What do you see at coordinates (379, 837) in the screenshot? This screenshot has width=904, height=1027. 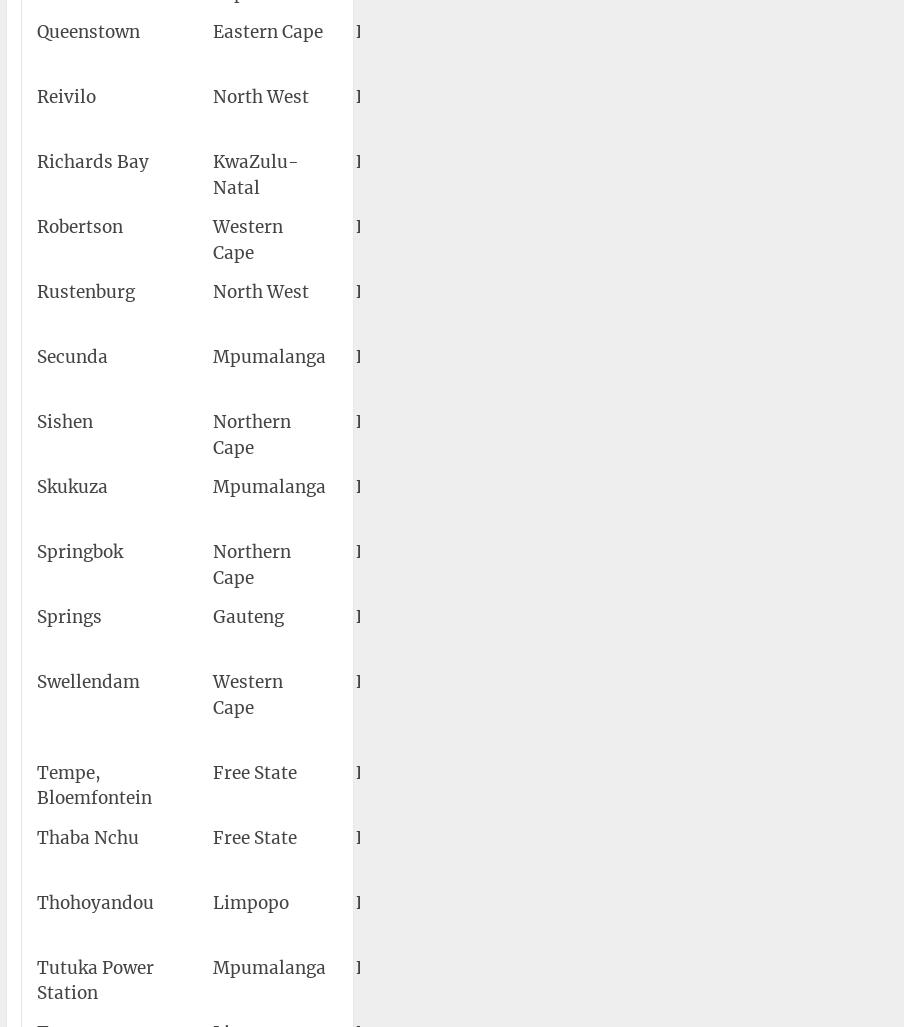 I see `'FATN'` at bounding box center [379, 837].